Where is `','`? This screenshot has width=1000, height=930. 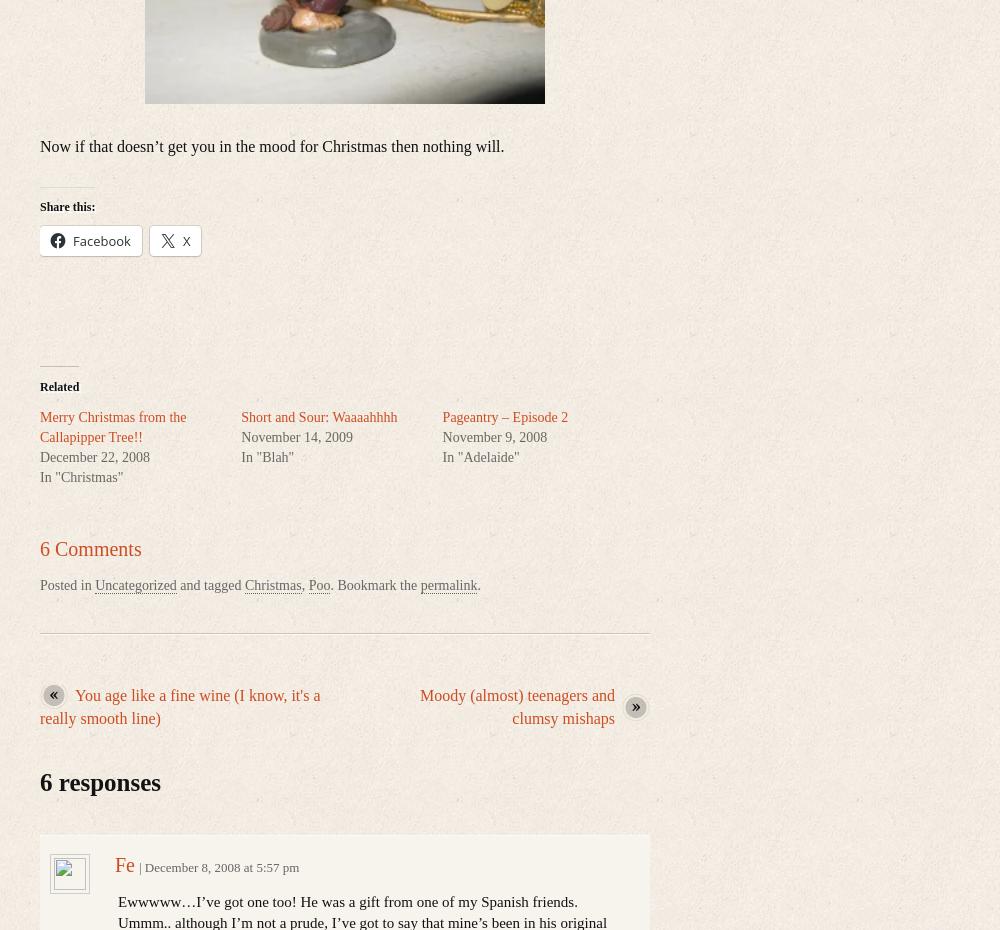 ',' is located at coordinates (304, 584).